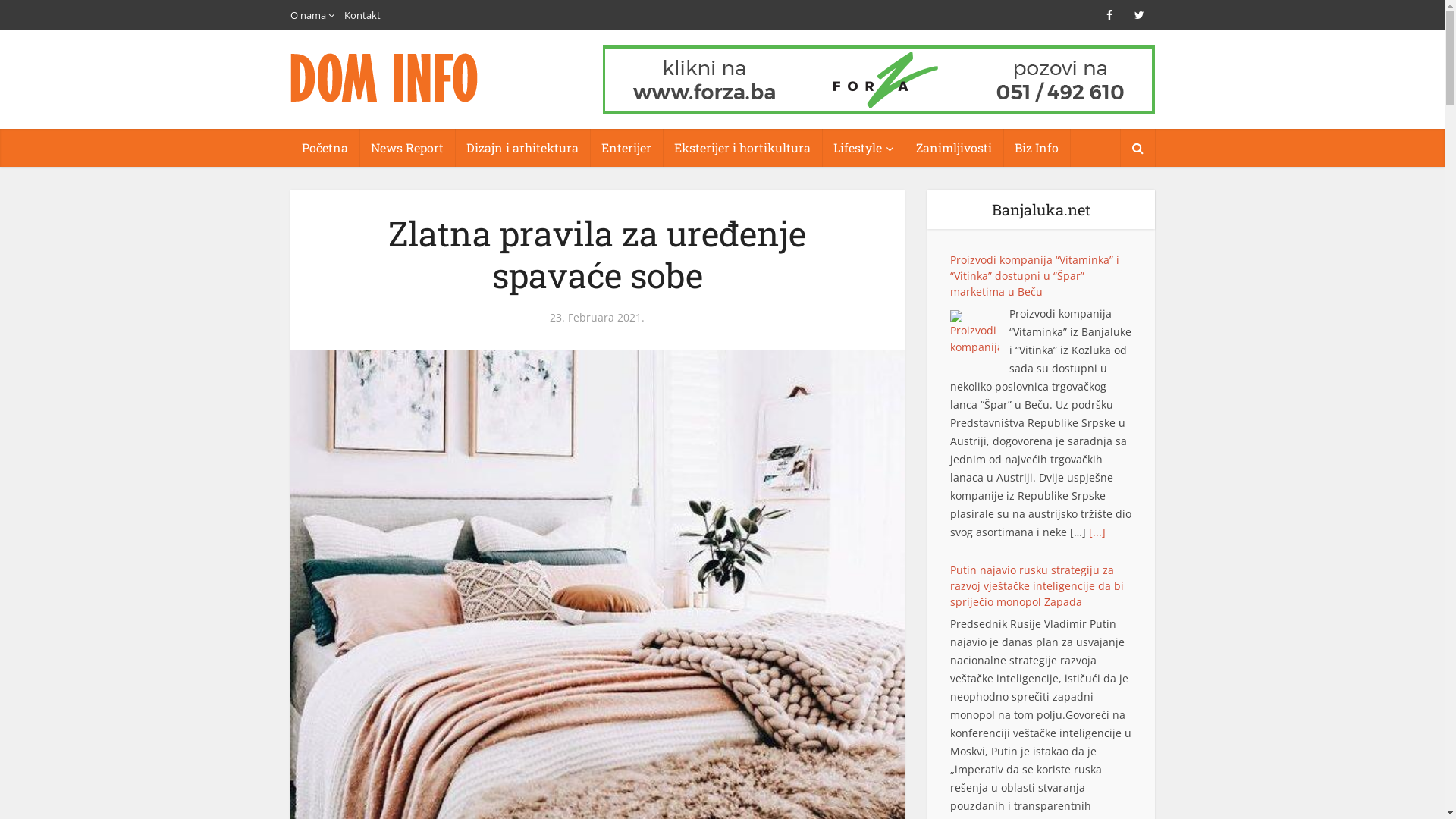  I want to click on 'DOM INFO |', so click(384, 77).